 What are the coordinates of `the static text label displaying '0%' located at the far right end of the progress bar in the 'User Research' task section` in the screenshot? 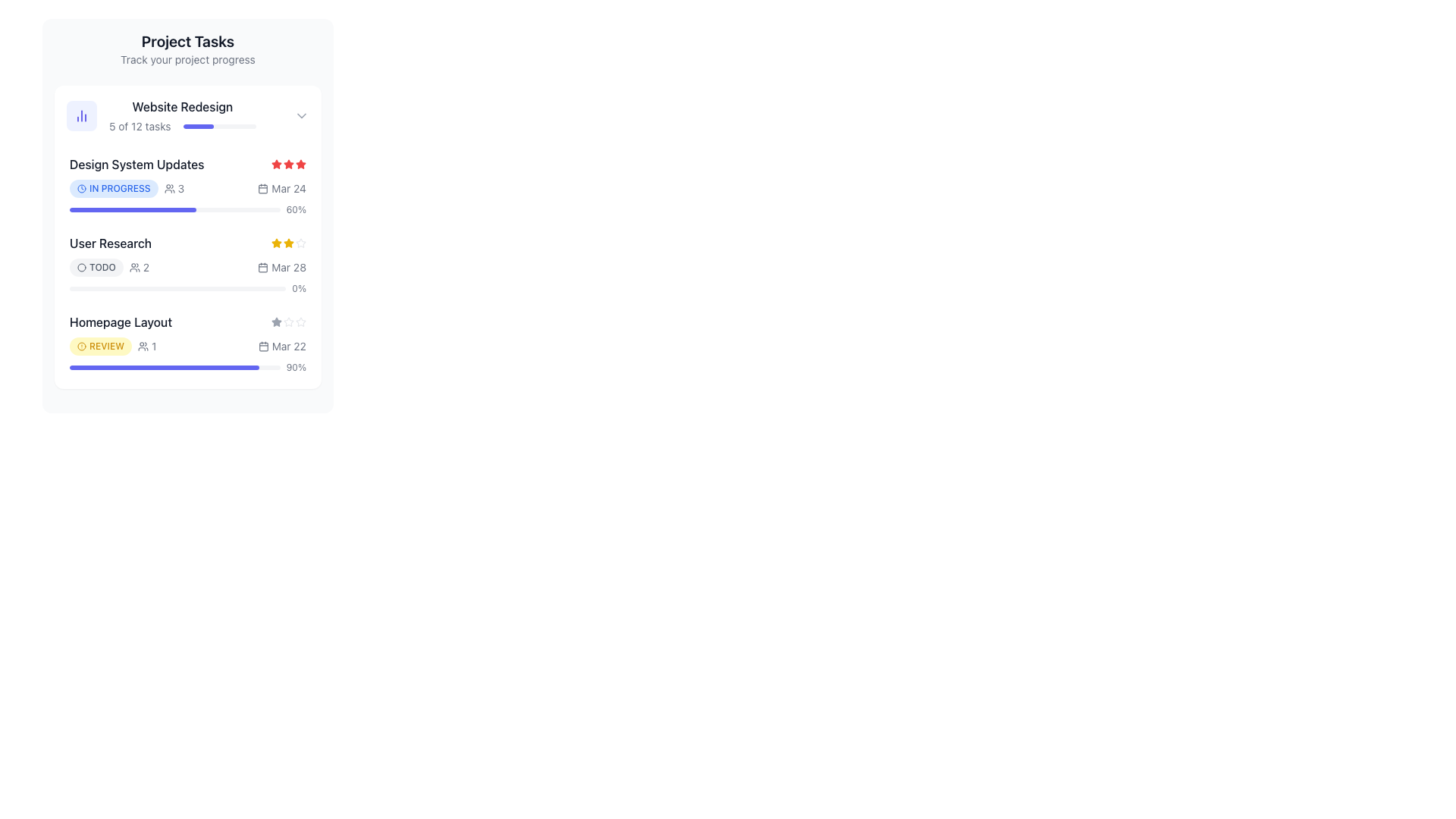 It's located at (299, 289).